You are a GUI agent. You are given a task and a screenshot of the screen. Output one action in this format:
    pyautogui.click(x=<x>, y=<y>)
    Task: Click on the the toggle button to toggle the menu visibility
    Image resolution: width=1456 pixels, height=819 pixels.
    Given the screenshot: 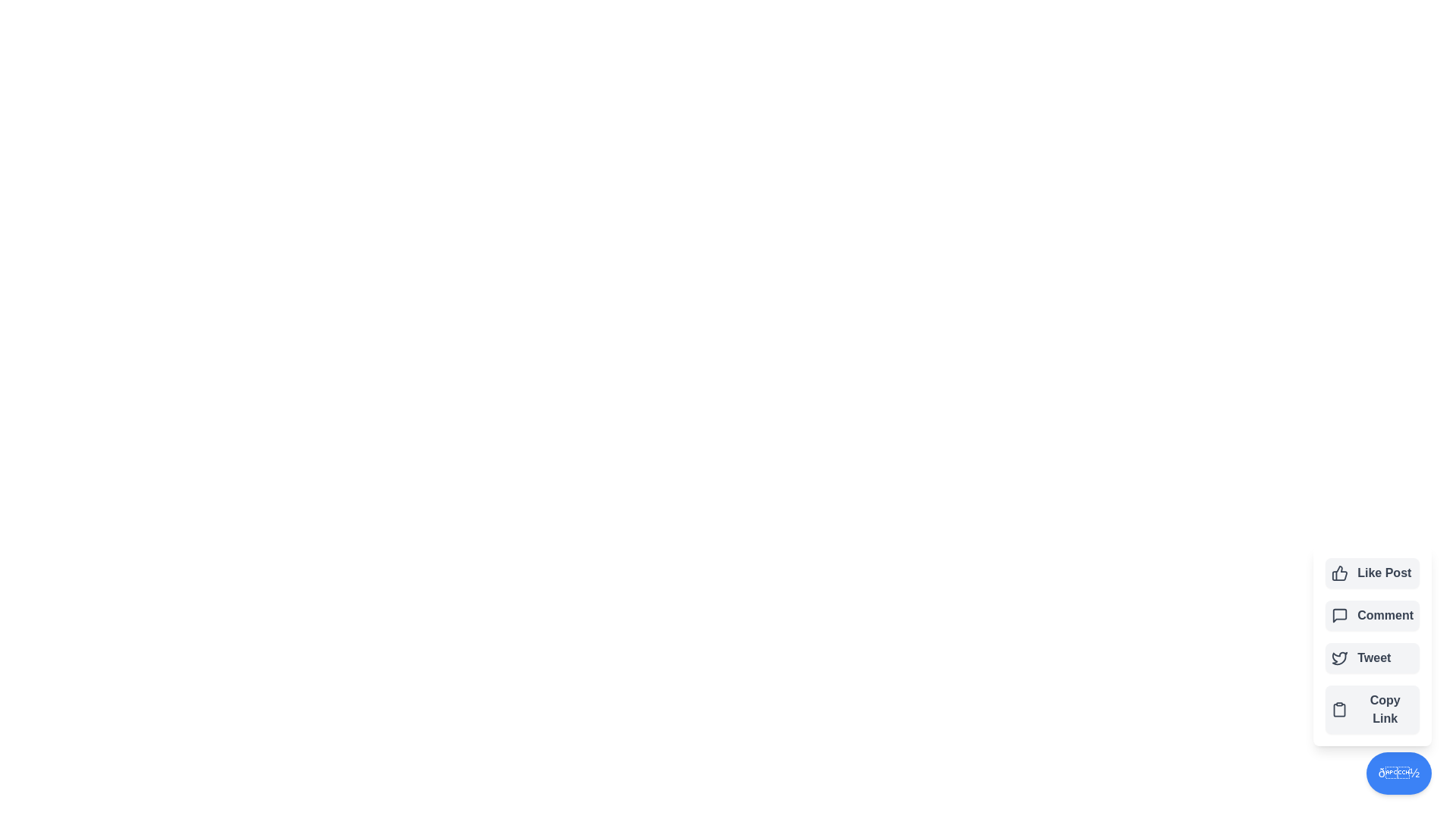 What is the action you would take?
    pyautogui.click(x=1398, y=773)
    